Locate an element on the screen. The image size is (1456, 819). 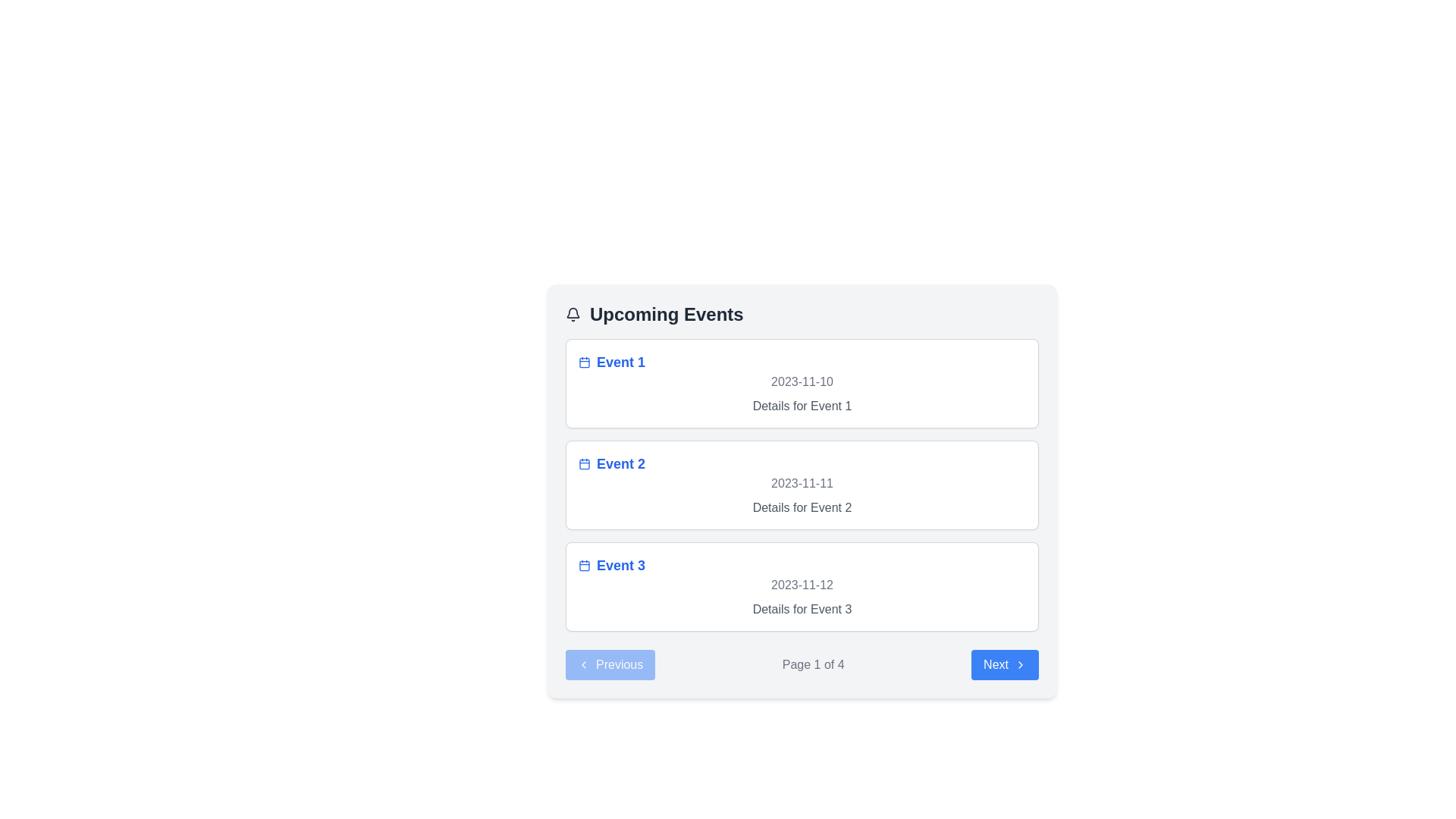
the text label displaying 'Event 3' in bold blue styling is located at coordinates (621, 565).